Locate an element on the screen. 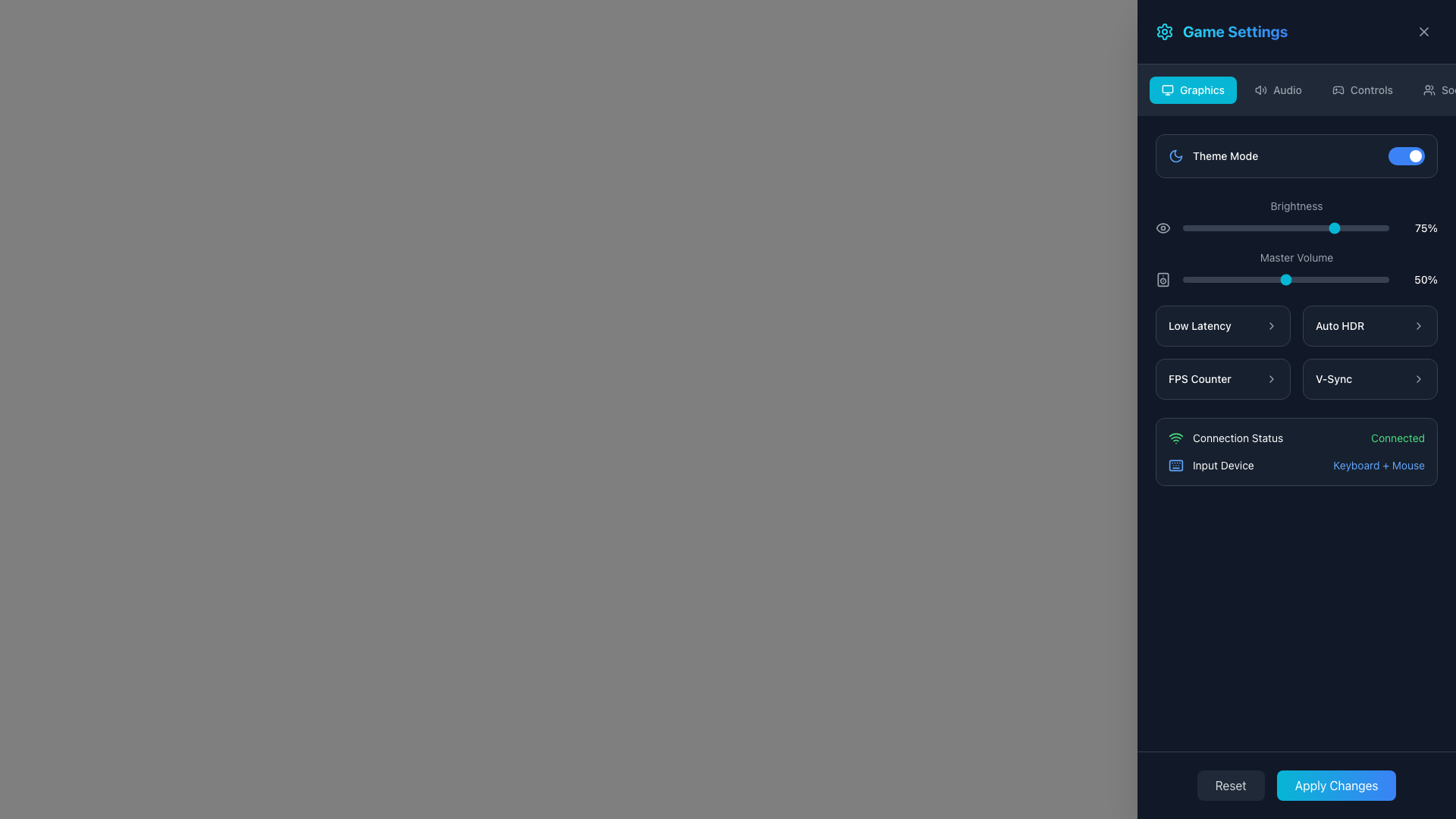  the input device icon located in the lower right portion of the interface, preceding the label 'Input Device' is located at coordinates (1175, 464).